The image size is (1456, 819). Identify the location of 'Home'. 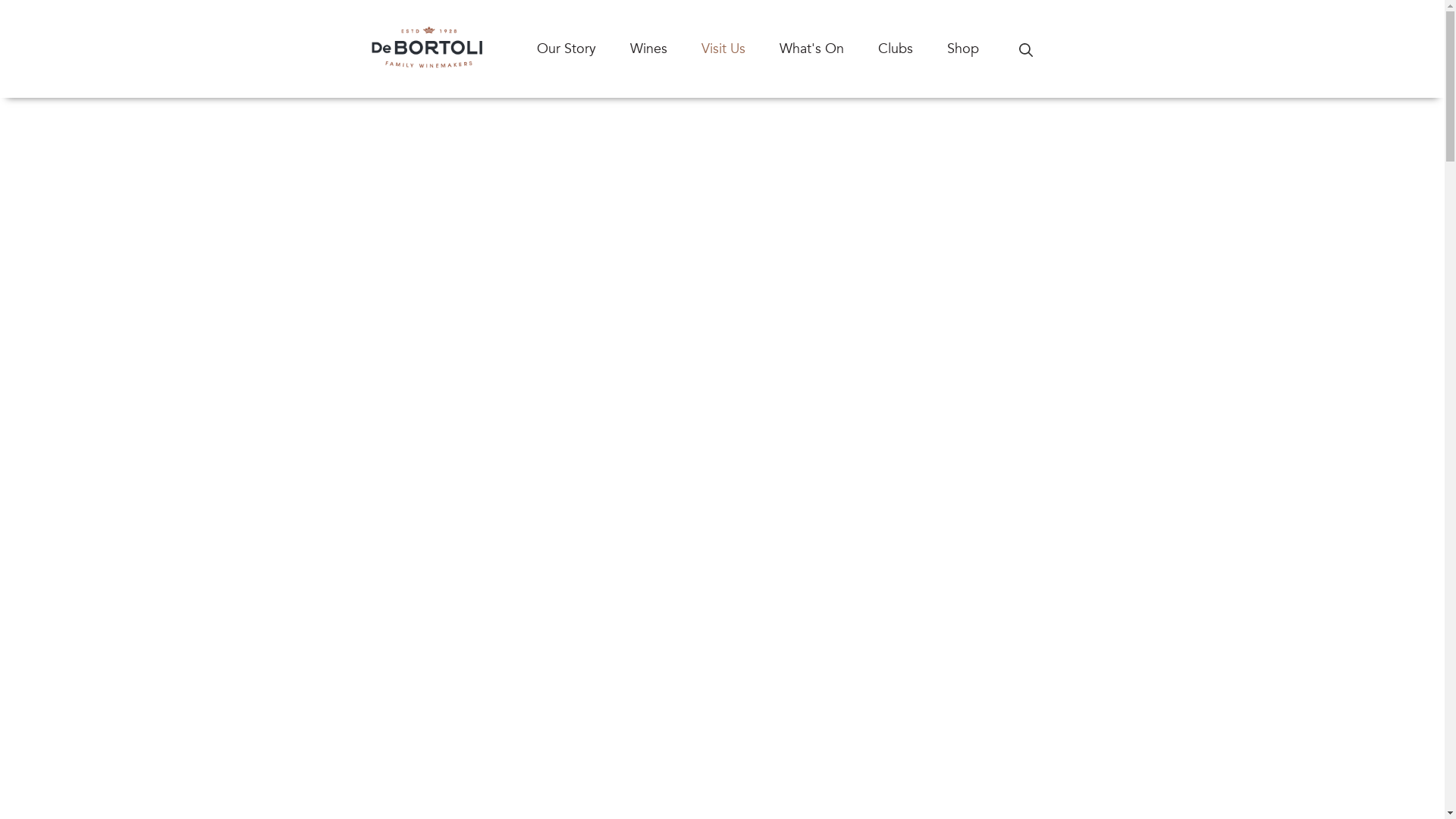
(353, 48).